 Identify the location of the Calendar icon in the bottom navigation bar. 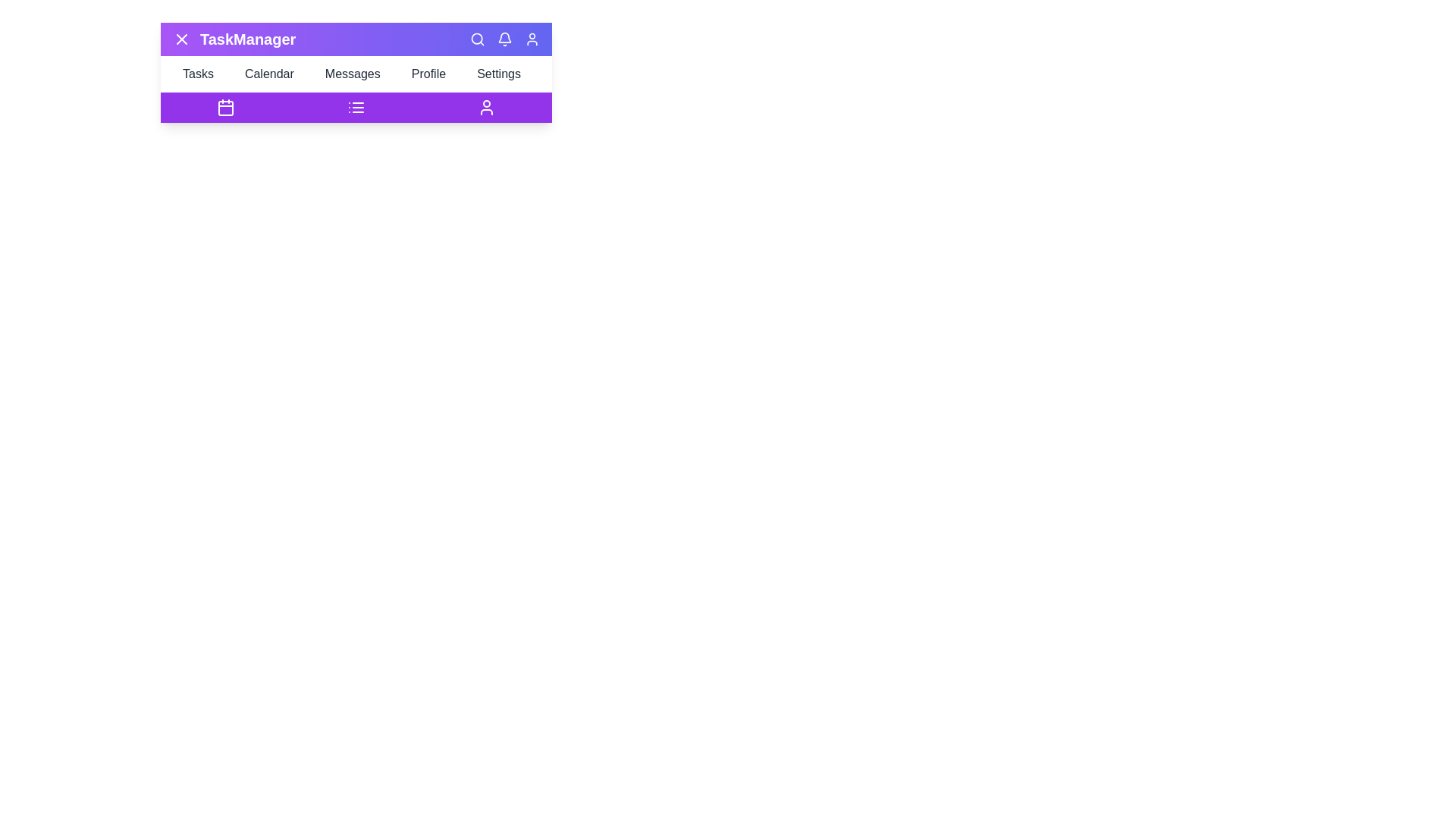
(224, 107).